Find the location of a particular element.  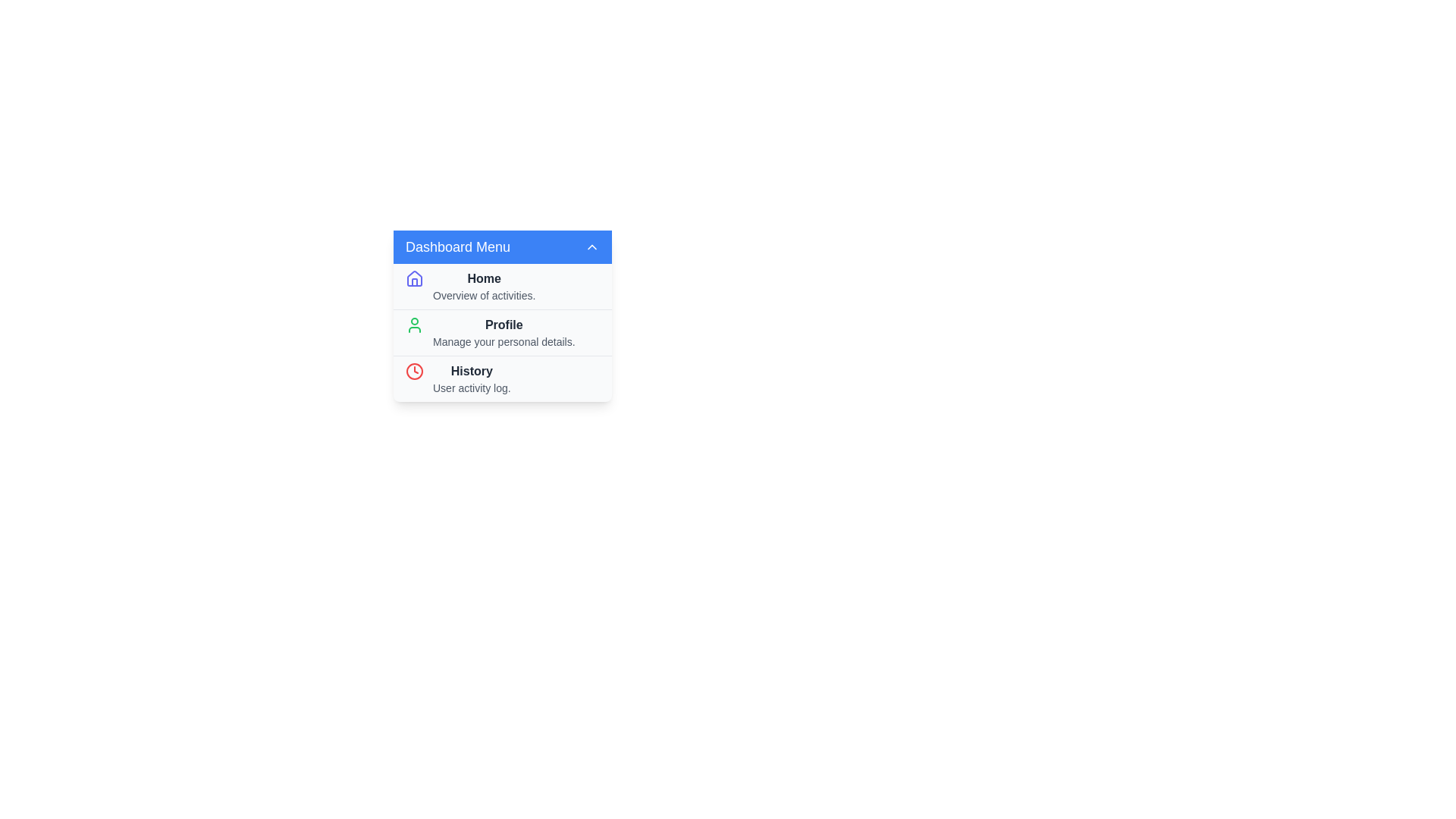

the second menu item that navigates to the Profile section of the application to manage personal details is located at coordinates (502, 315).